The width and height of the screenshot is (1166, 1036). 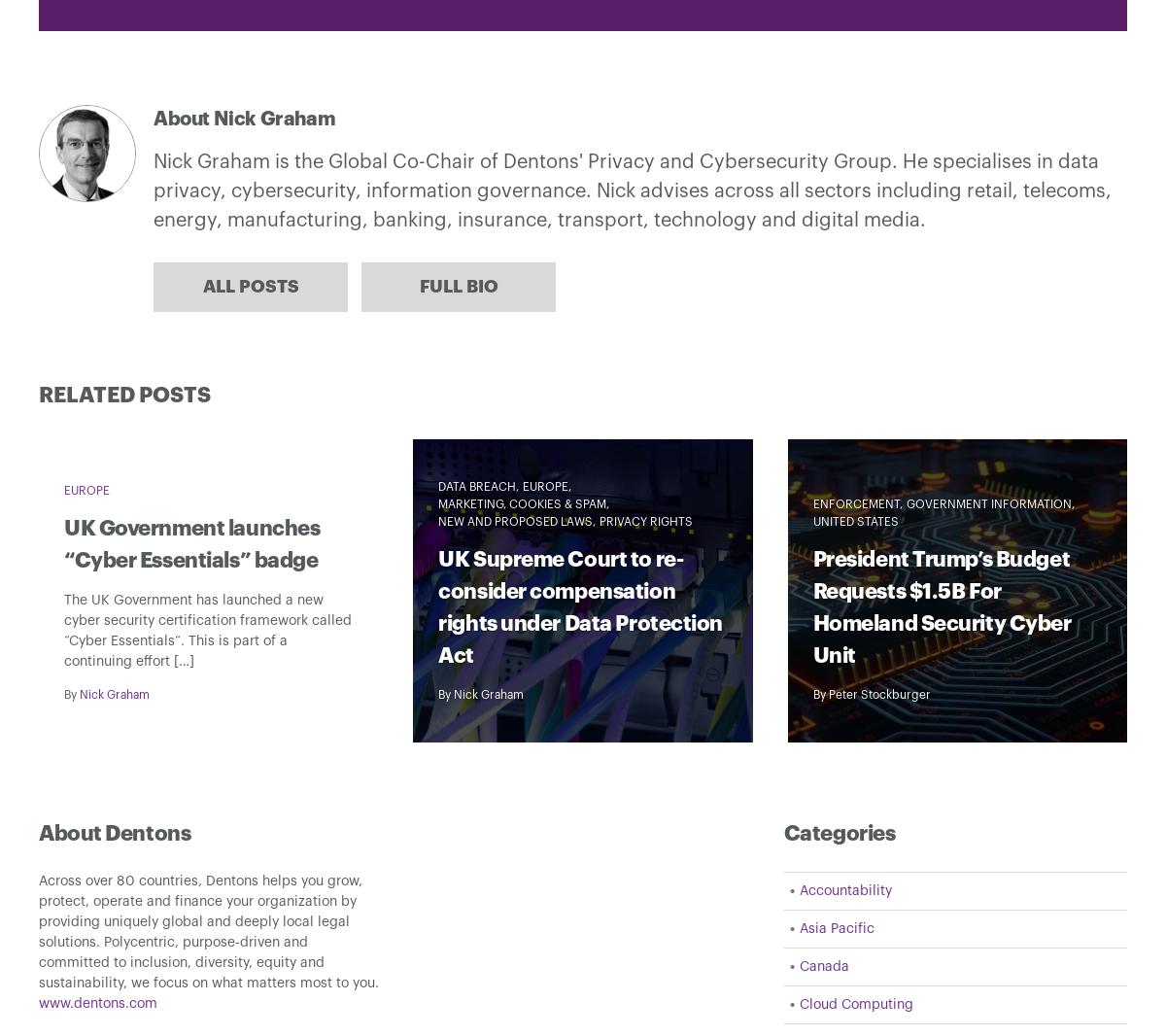 I want to click on 'United States', so click(x=811, y=521).